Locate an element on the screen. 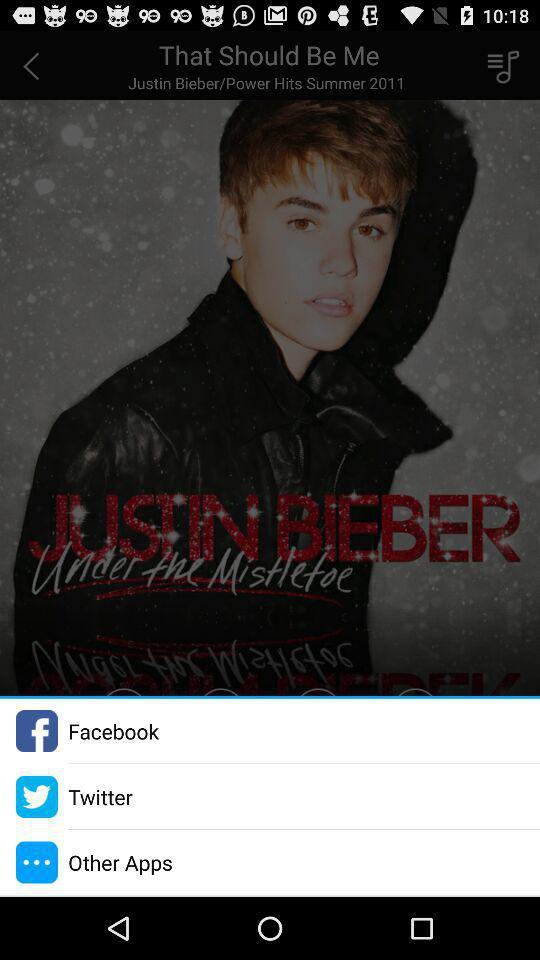 The image size is (540, 960). the facebook icon is located at coordinates (113, 730).